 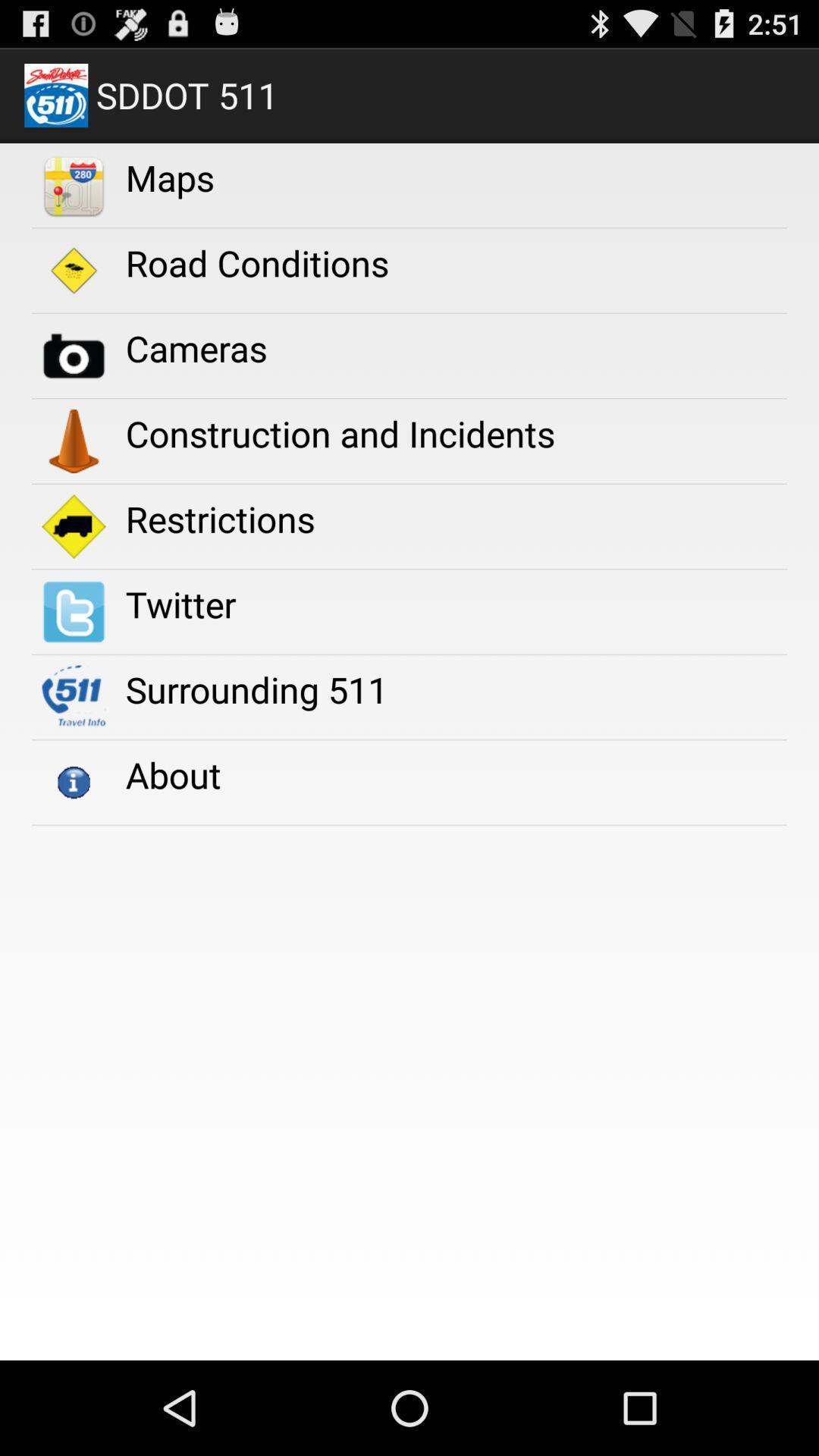 I want to click on construction and incidents icon, so click(x=339, y=432).